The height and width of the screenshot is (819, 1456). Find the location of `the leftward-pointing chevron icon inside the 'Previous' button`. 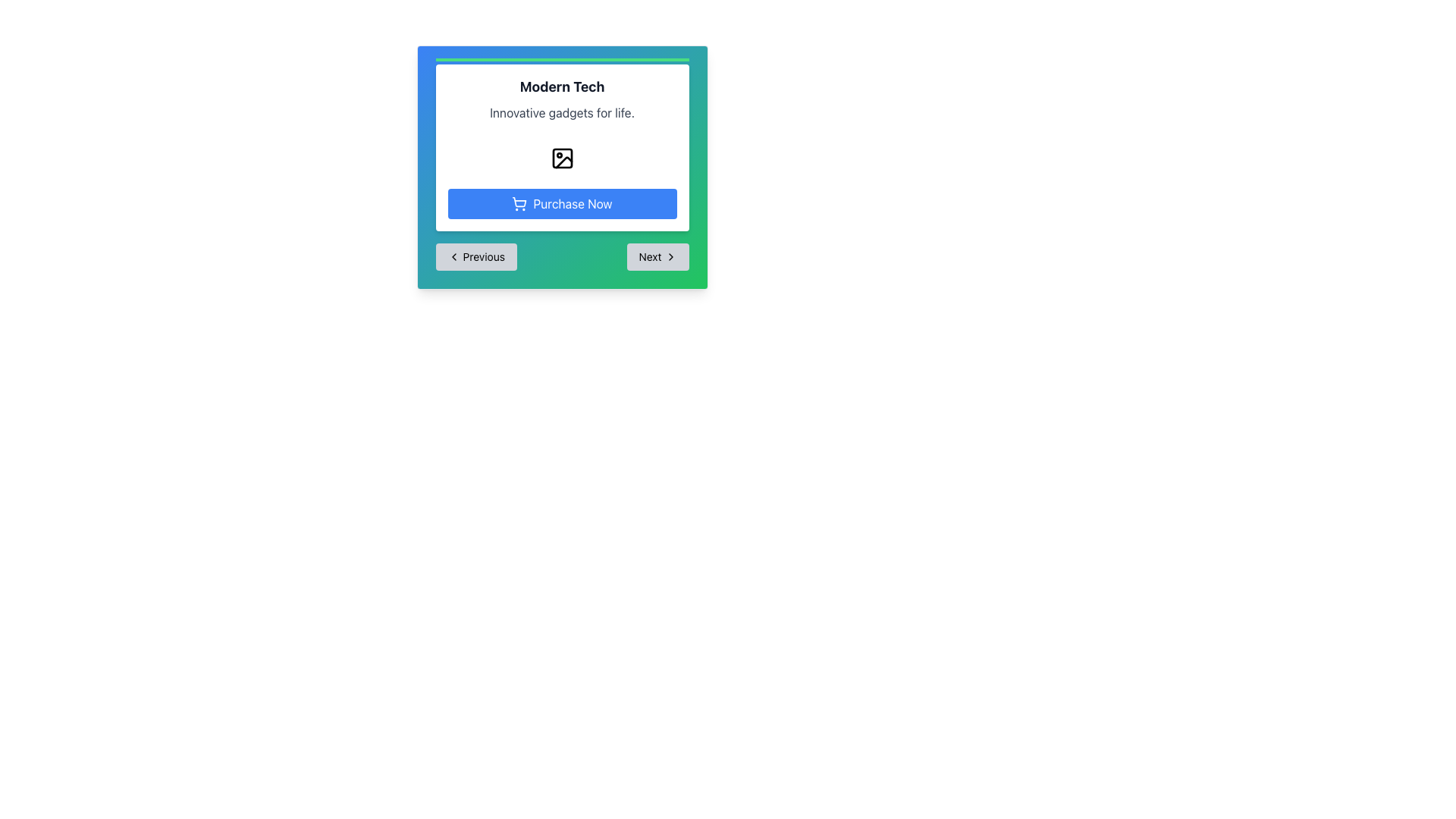

the leftward-pointing chevron icon inside the 'Previous' button is located at coordinates (453, 256).